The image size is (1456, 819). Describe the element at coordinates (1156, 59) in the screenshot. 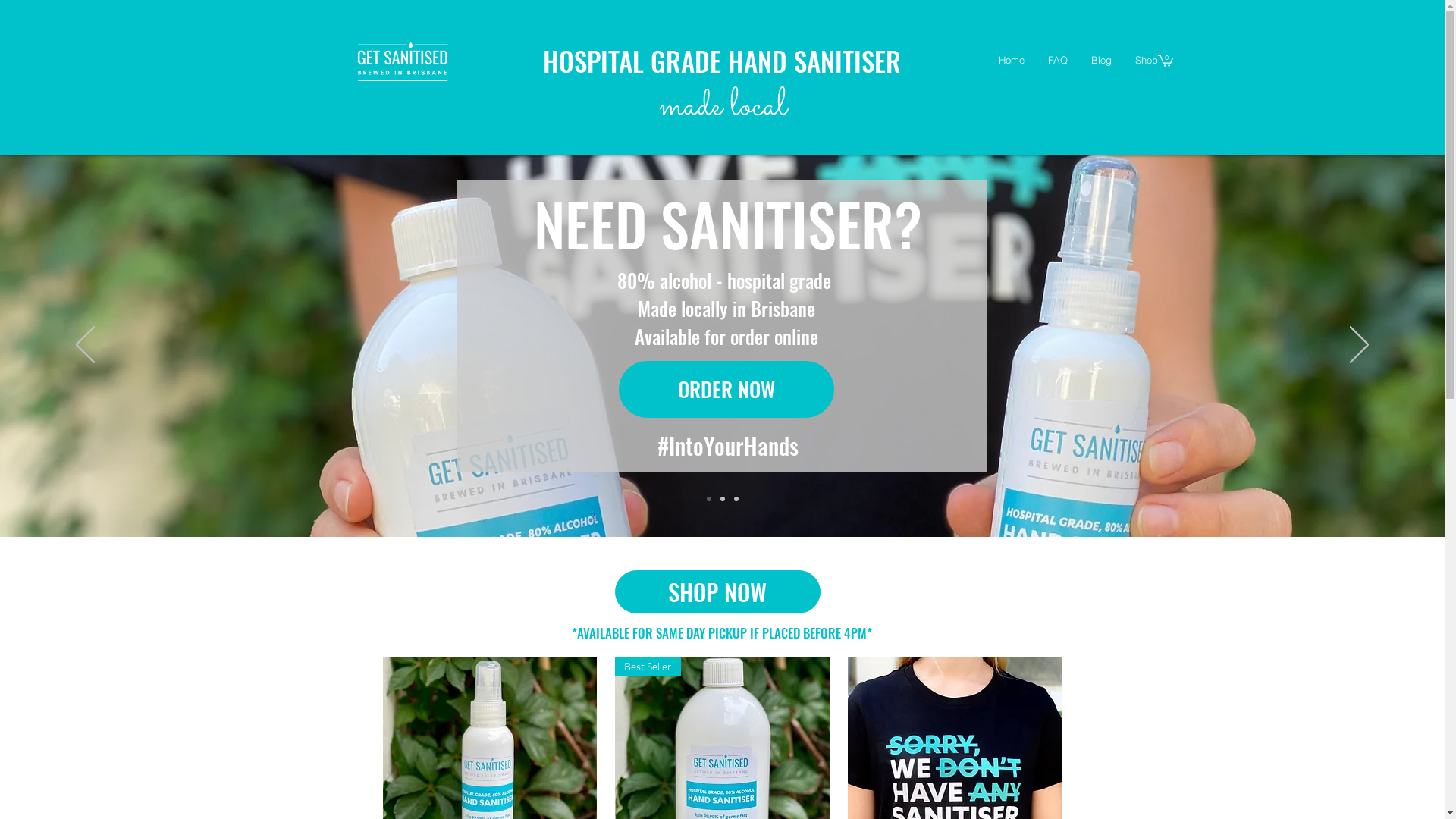

I see `'0'` at that location.